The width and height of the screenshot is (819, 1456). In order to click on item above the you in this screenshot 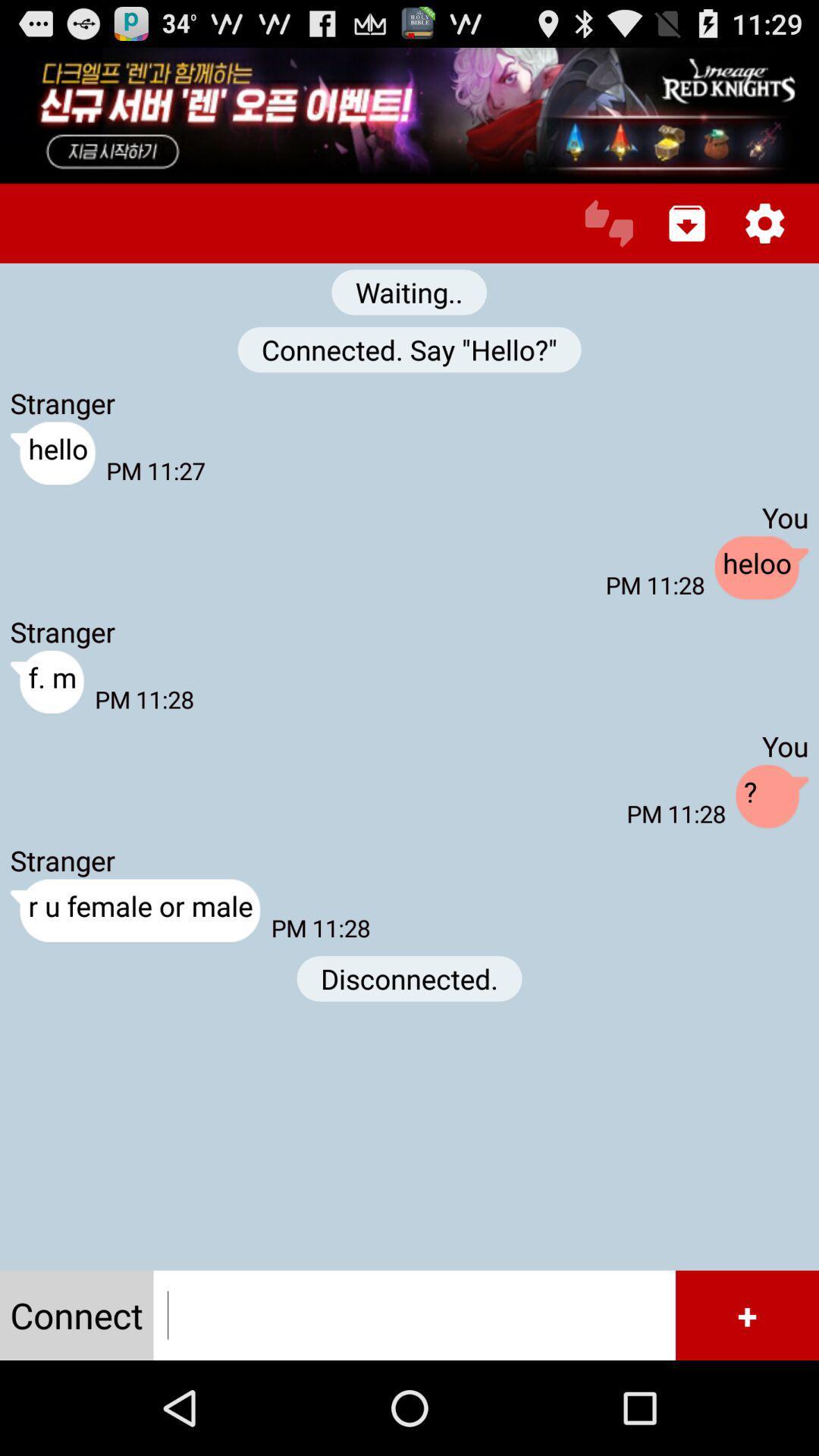, I will do `click(764, 222)`.